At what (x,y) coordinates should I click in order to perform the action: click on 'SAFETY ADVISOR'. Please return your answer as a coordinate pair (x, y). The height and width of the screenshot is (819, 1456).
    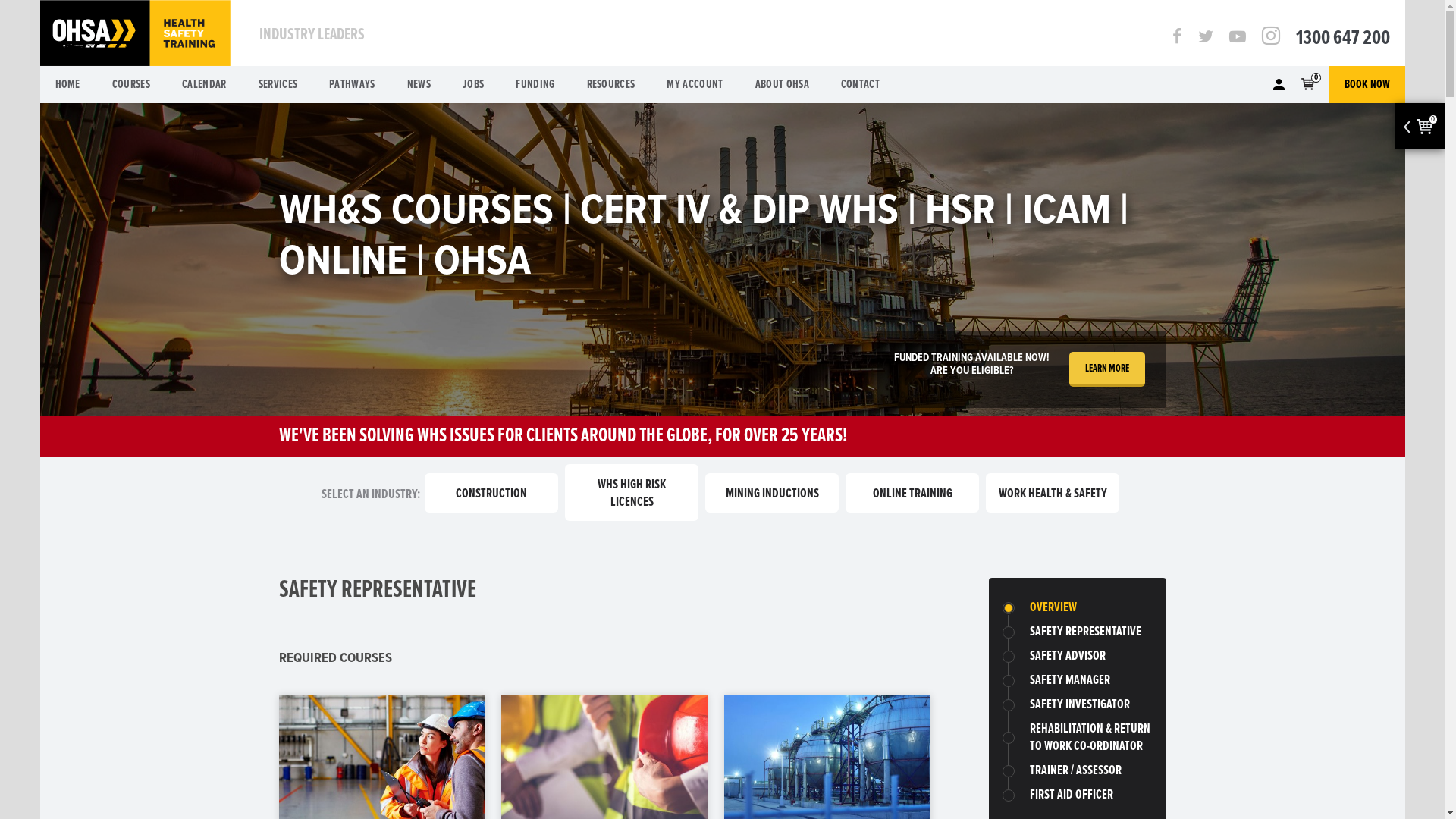
    Looking at the image, I should click on (1066, 655).